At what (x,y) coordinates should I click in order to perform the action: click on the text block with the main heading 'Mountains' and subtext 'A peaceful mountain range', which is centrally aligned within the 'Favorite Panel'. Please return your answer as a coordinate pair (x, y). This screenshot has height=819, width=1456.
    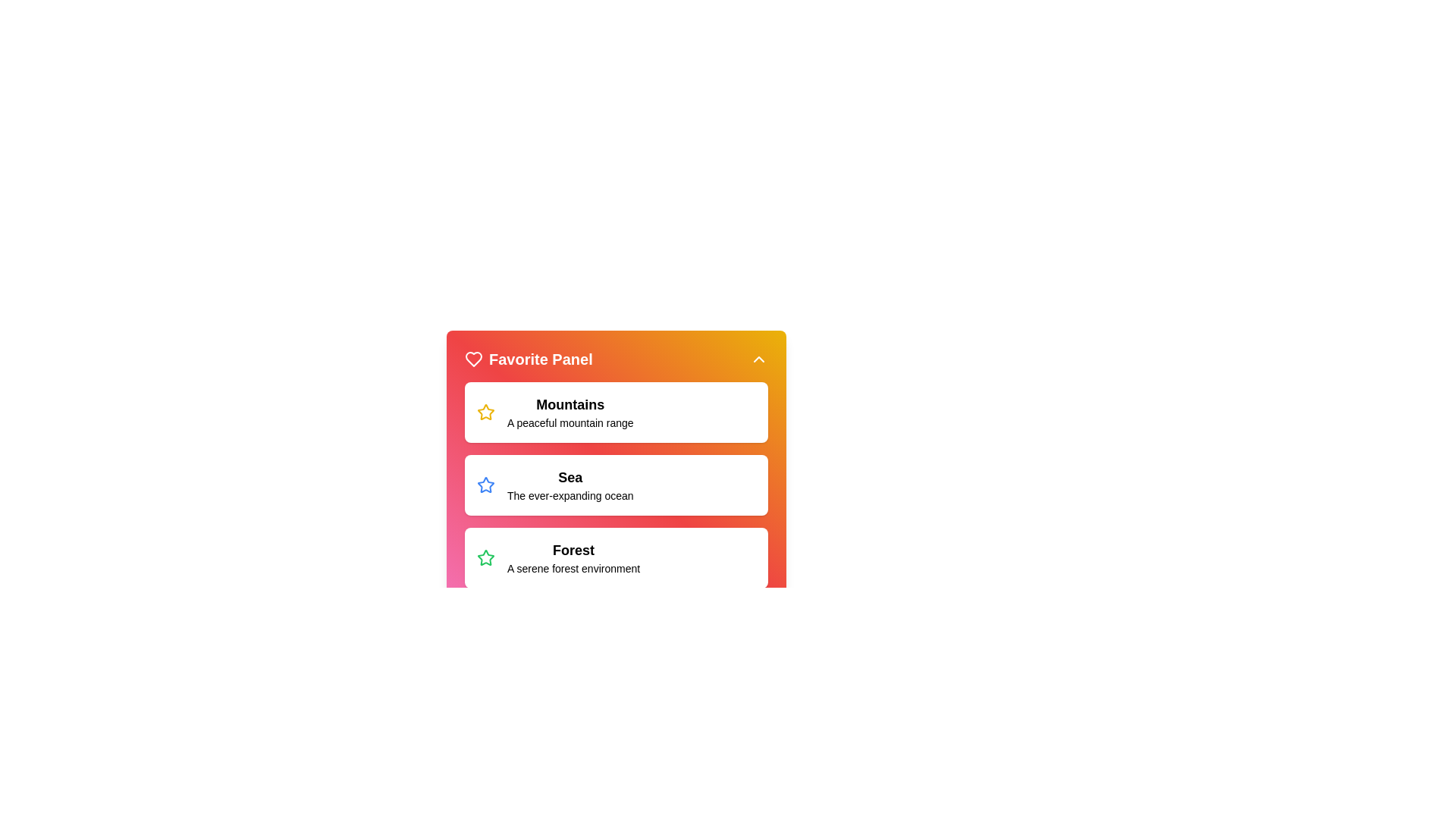
    Looking at the image, I should click on (570, 412).